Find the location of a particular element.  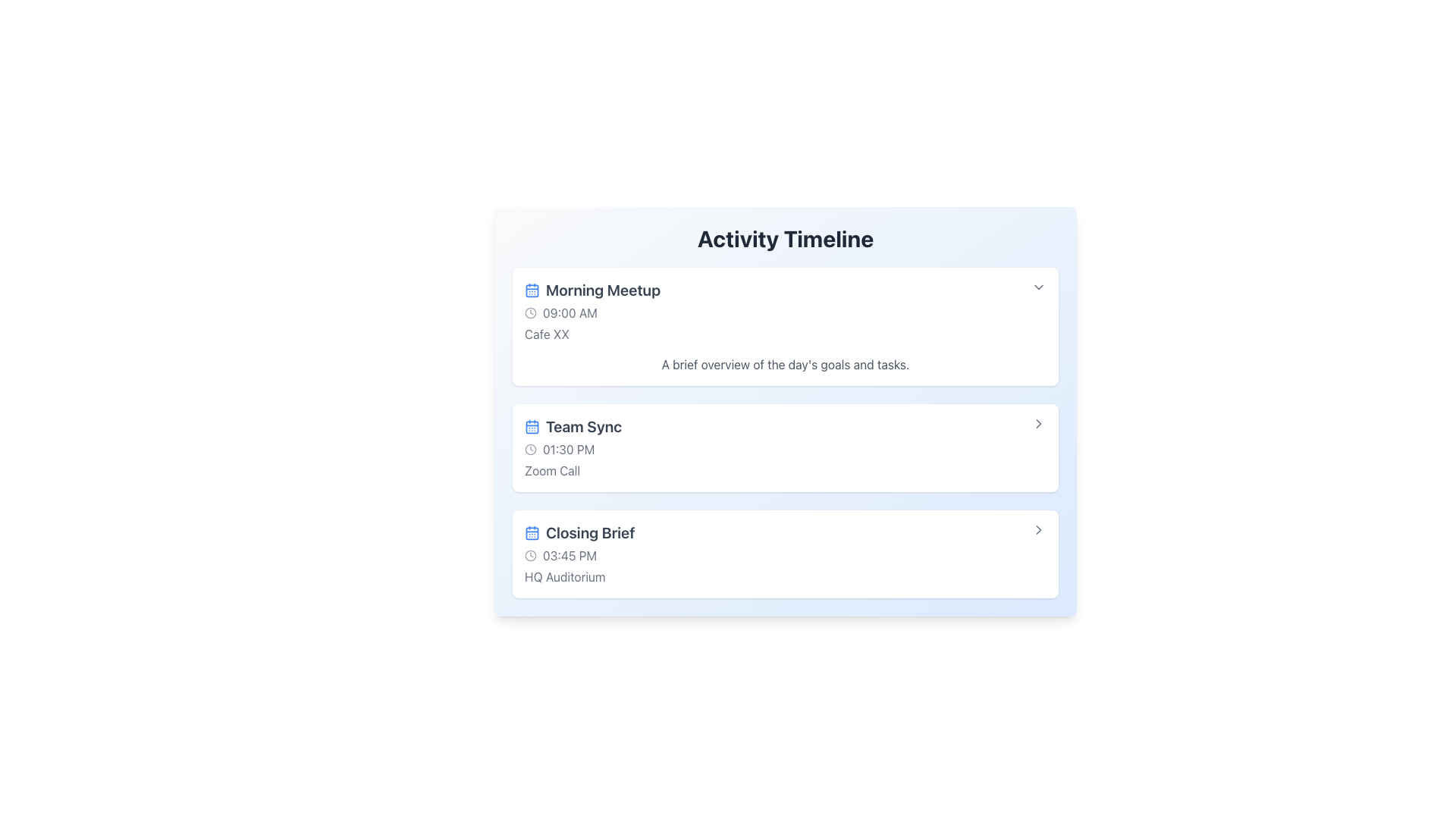

the second Card in the activity timeline that displays information about a specific event, located between 'Morning Meetup' and 'Closing Brief' is located at coordinates (786, 412).